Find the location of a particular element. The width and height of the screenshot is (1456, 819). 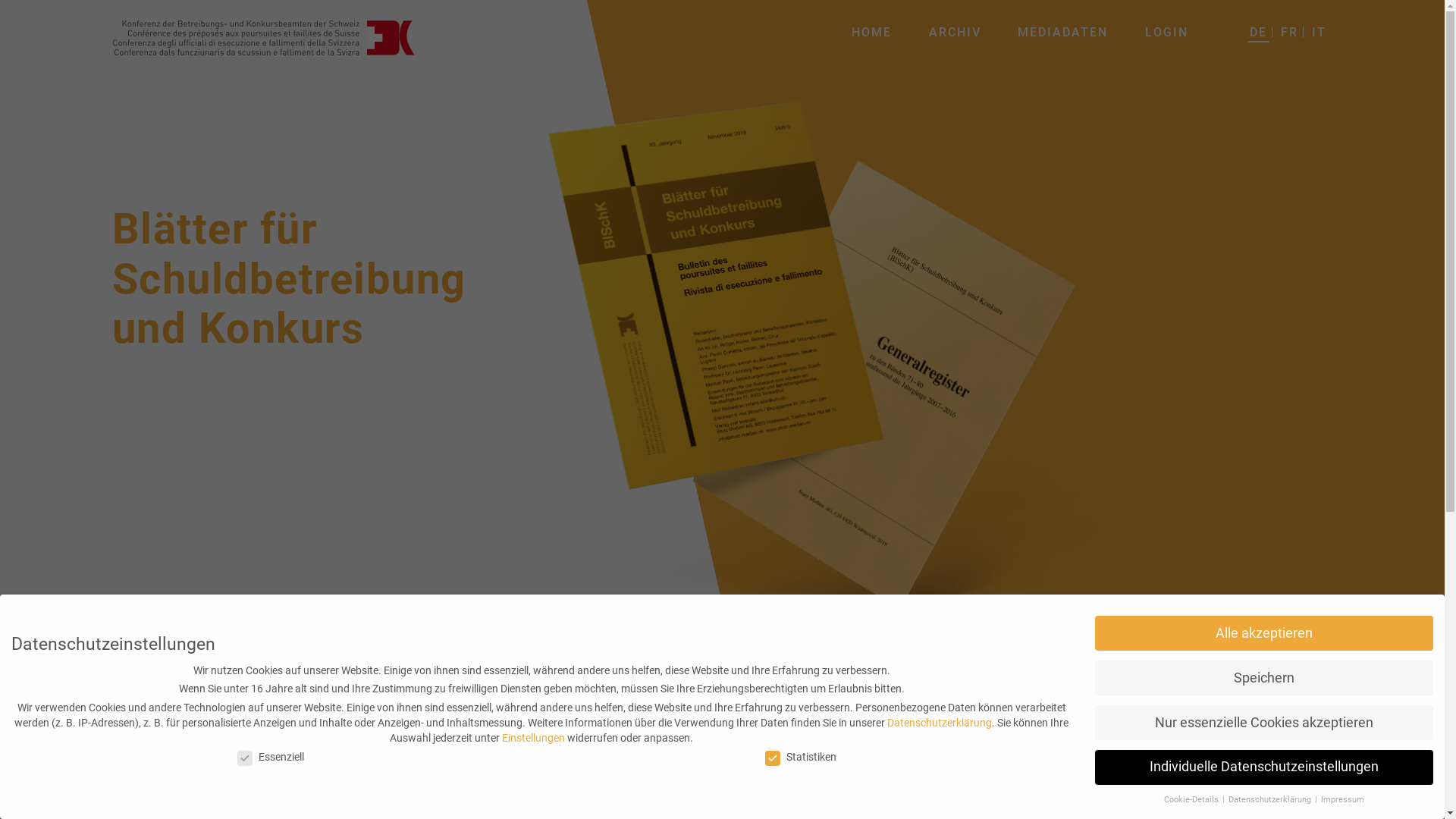

'Individuelle Datenschutzeinstellungen' is located at coordinates (1263, 767).